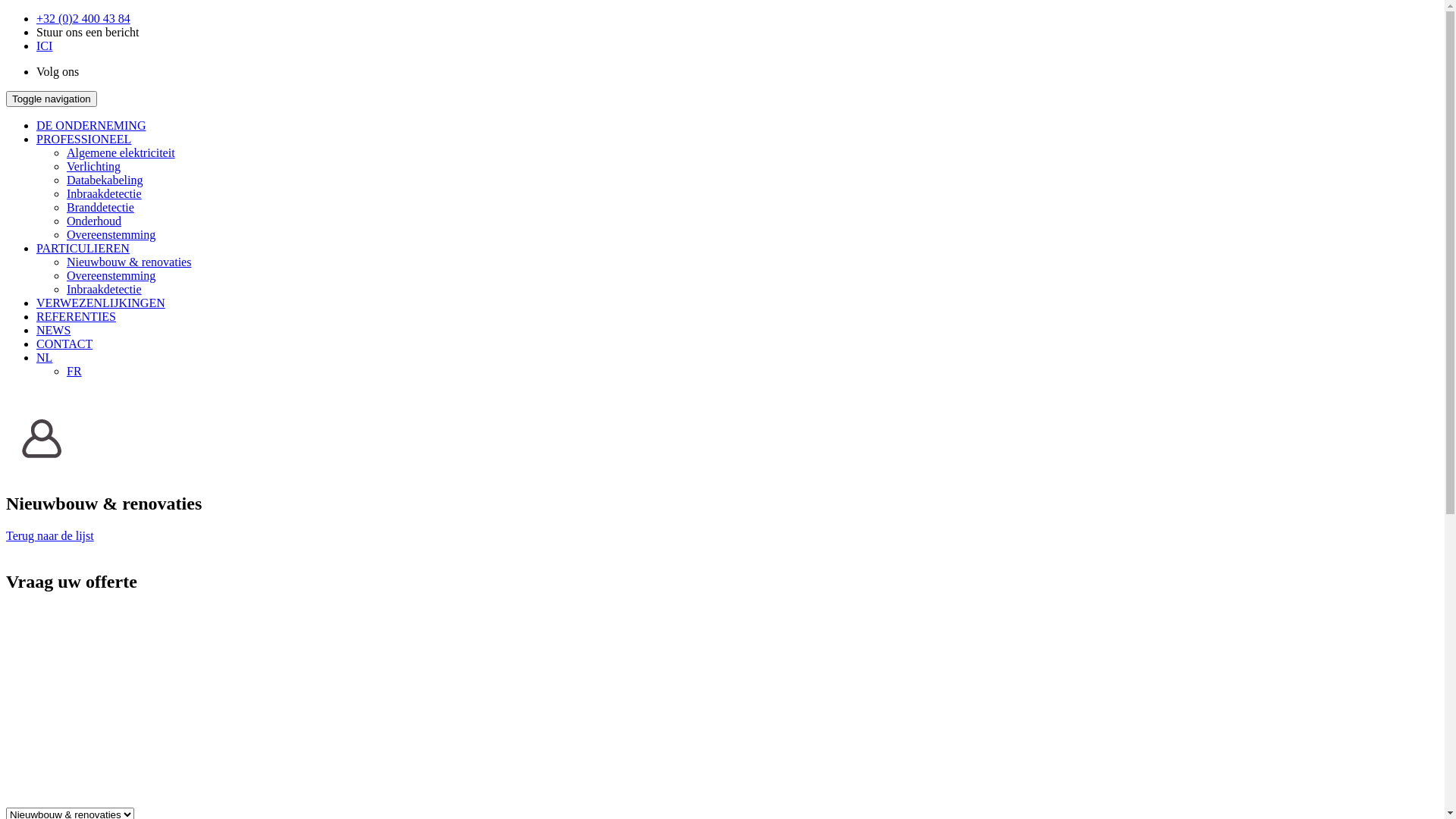  What do you see at coordinates (36, 139) in the screenshot?
I see `'PROFESSIONEEL'` at bounding box center [36, 139].